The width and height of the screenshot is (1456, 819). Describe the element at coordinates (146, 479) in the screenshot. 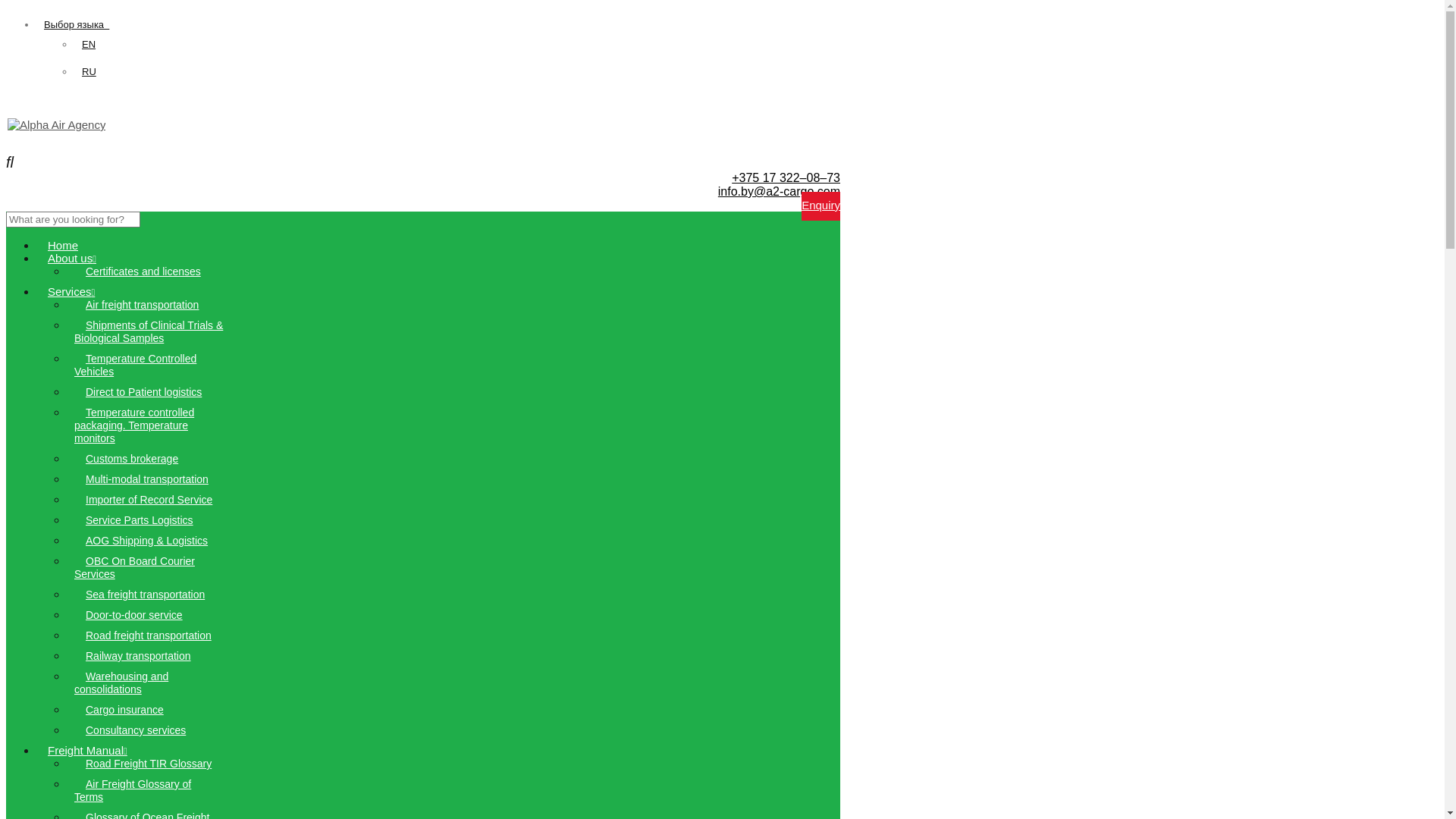

I see `'Multi-modal transportation'` at that location.